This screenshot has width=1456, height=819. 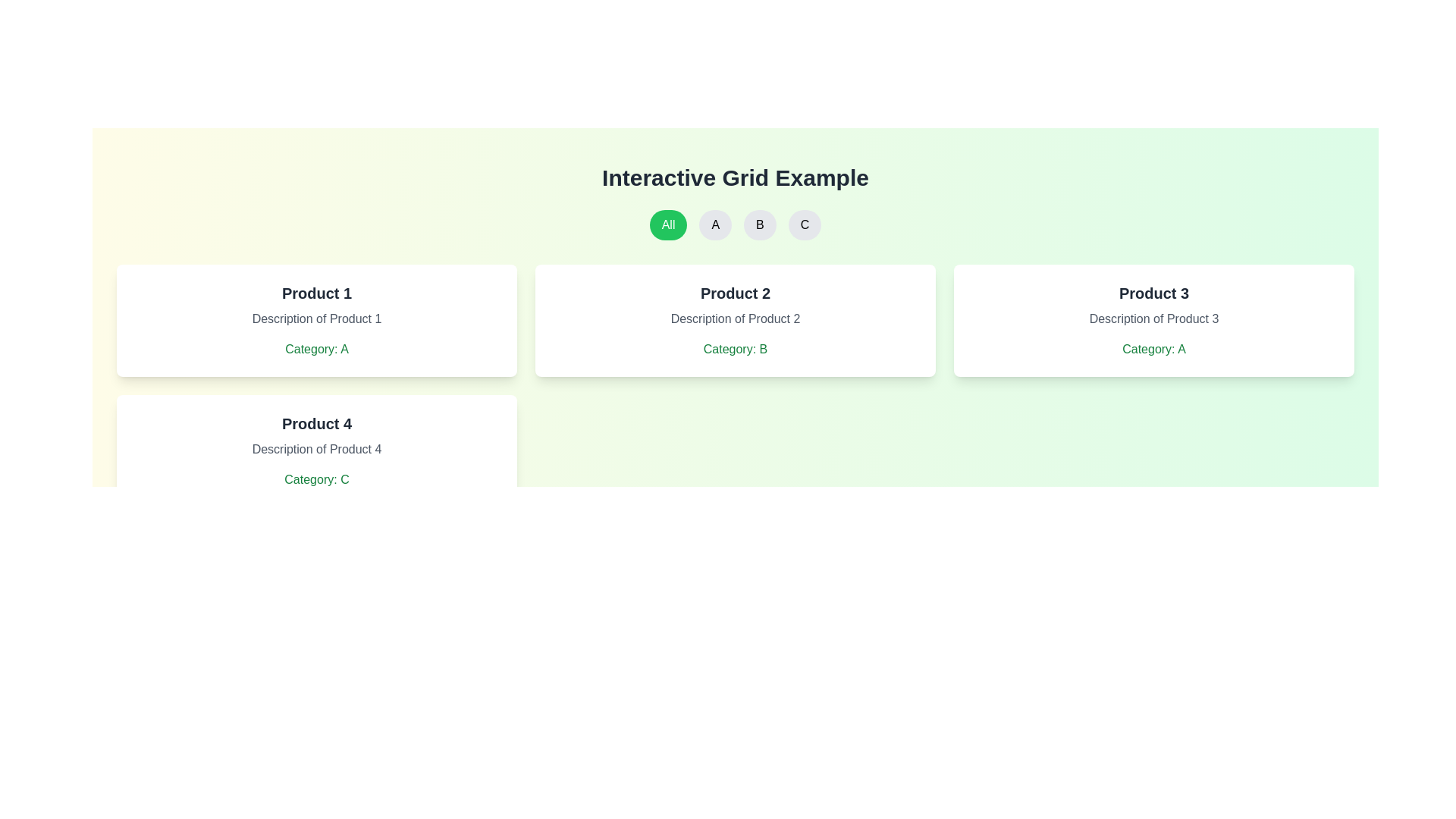 I want to click on the static text label displaying 'Description of Product 3' located within the third card from the left in the top row of the grid, so click(x=1153, y=318).